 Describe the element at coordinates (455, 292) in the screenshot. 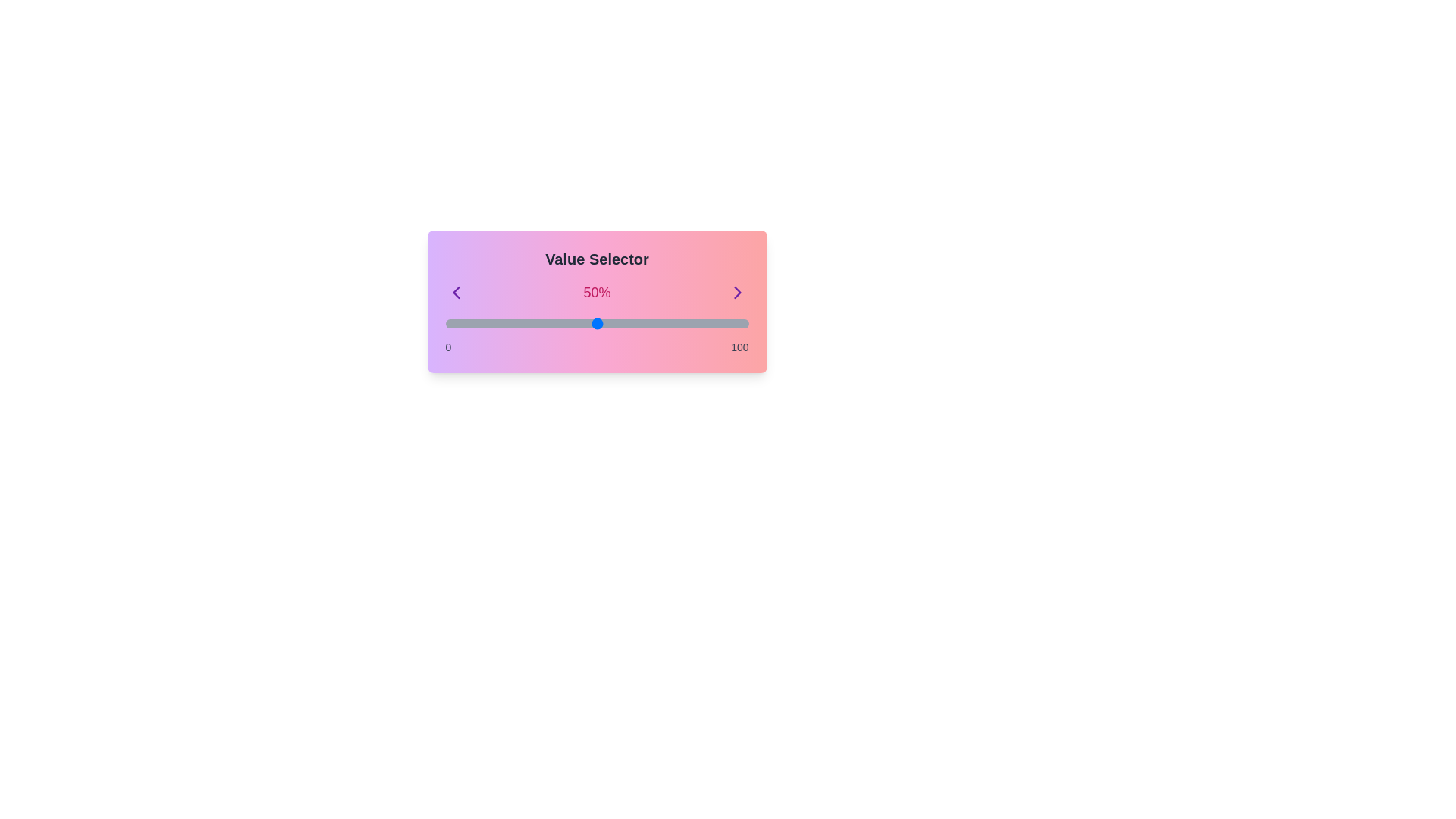

I see `the left chevron button to decrease the value` at that location.